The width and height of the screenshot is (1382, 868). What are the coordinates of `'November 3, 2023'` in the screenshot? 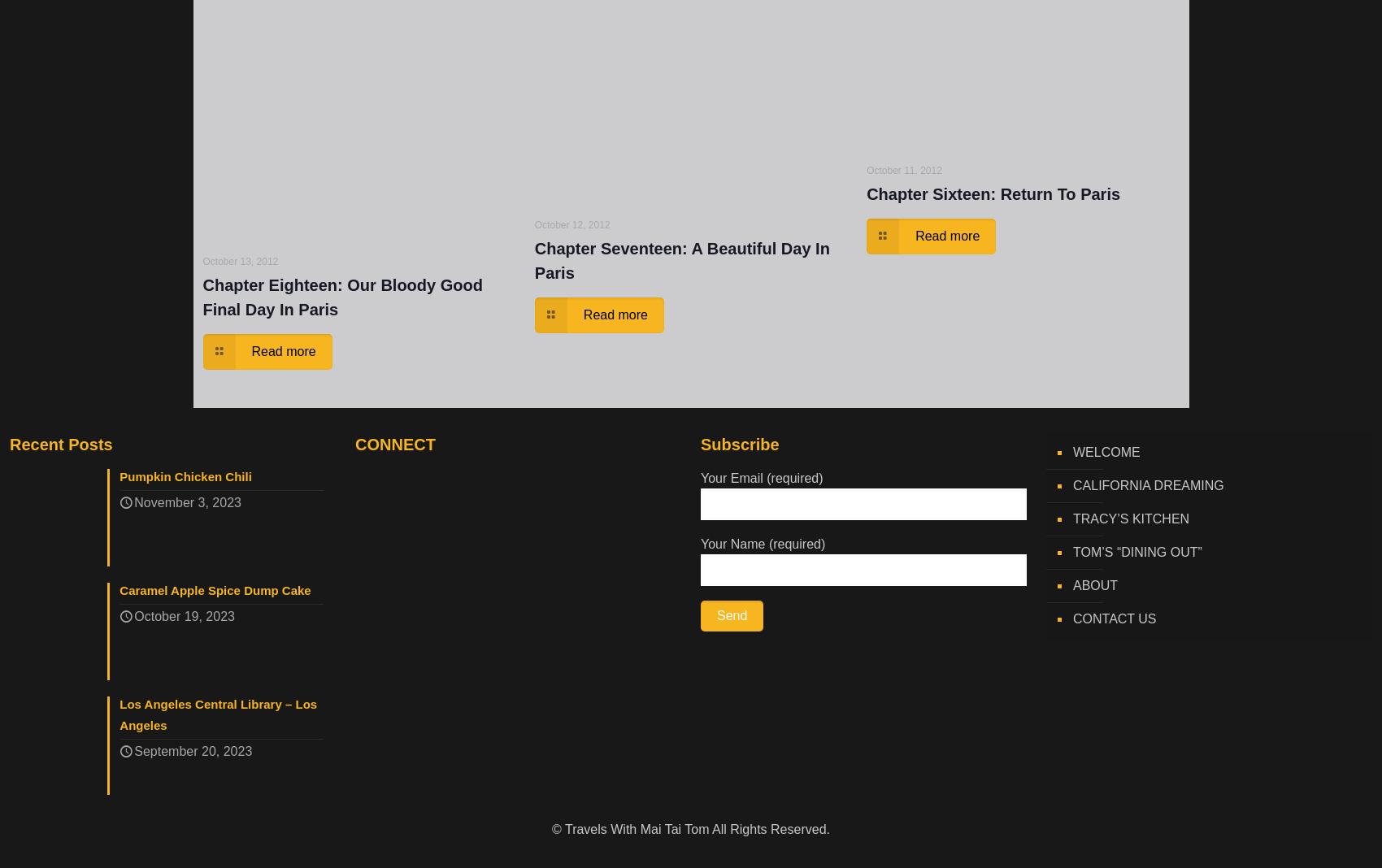 It's located at (187, 502).